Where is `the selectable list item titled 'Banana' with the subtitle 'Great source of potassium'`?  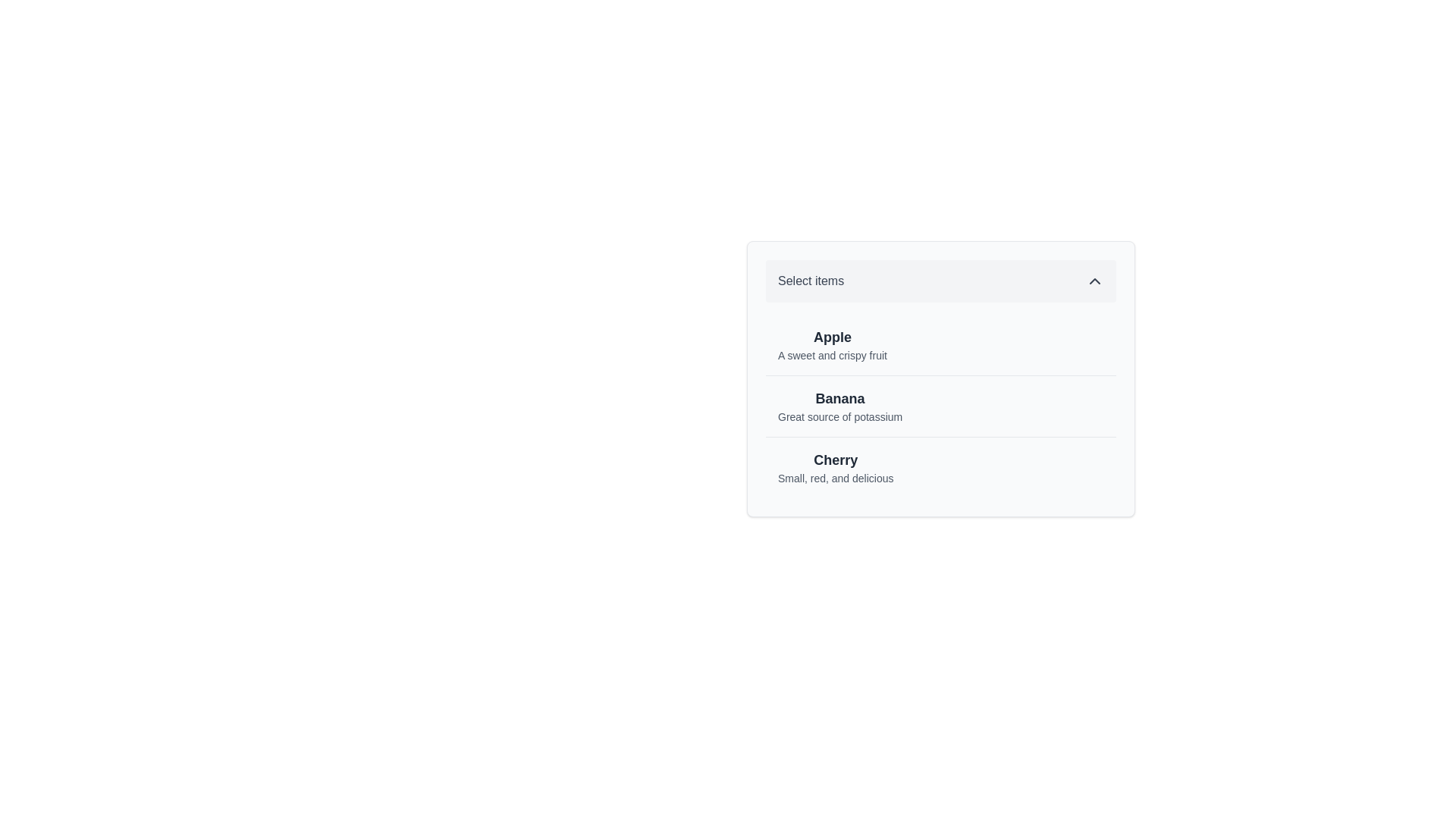
the selectable list item titled 'Banana' with the subtitle 'Great source of potassium' is located at coordinates (940, 377).